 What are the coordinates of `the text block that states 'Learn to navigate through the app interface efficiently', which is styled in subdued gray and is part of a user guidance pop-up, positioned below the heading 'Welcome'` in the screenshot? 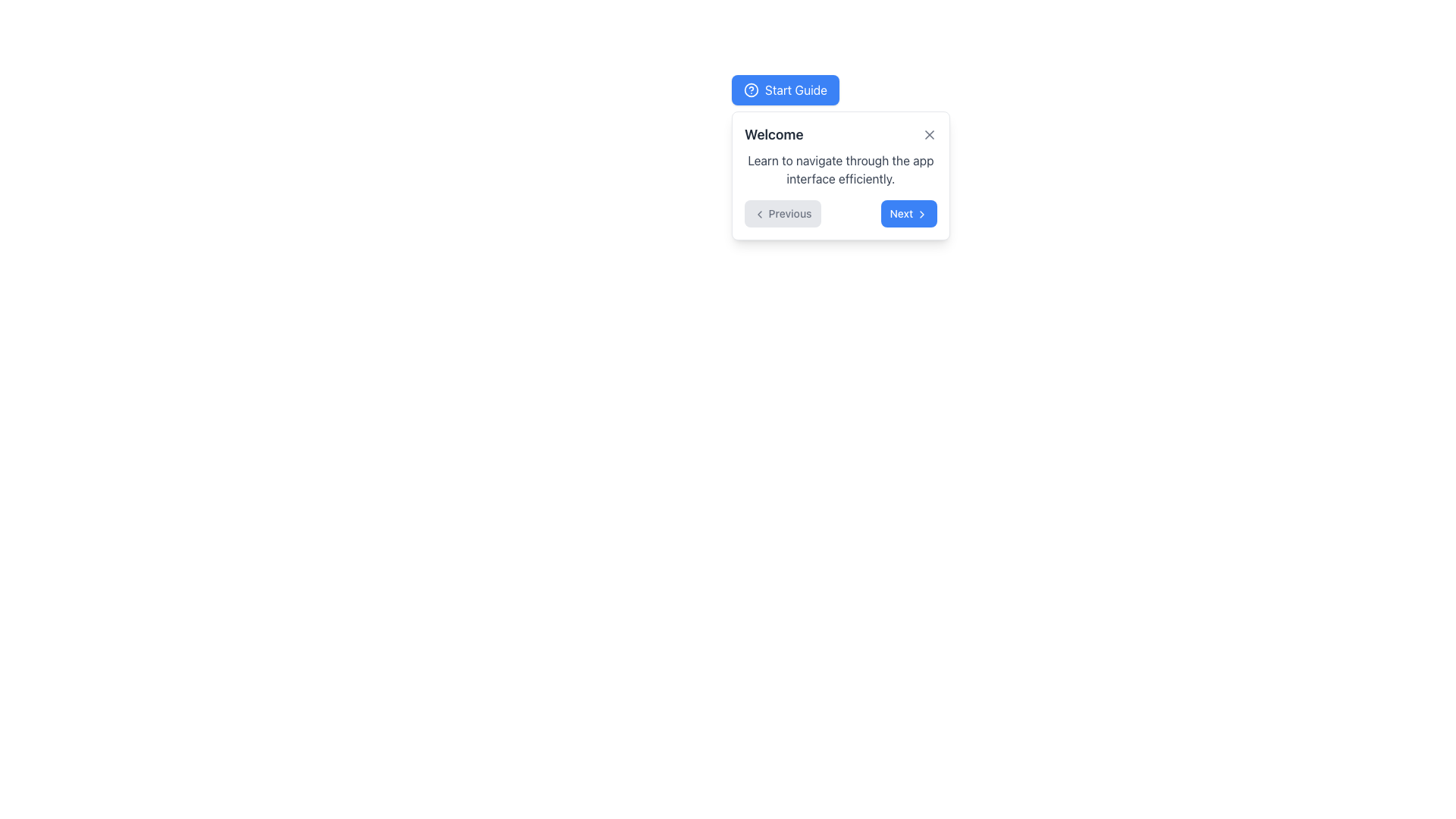 It's located at (839, 169).